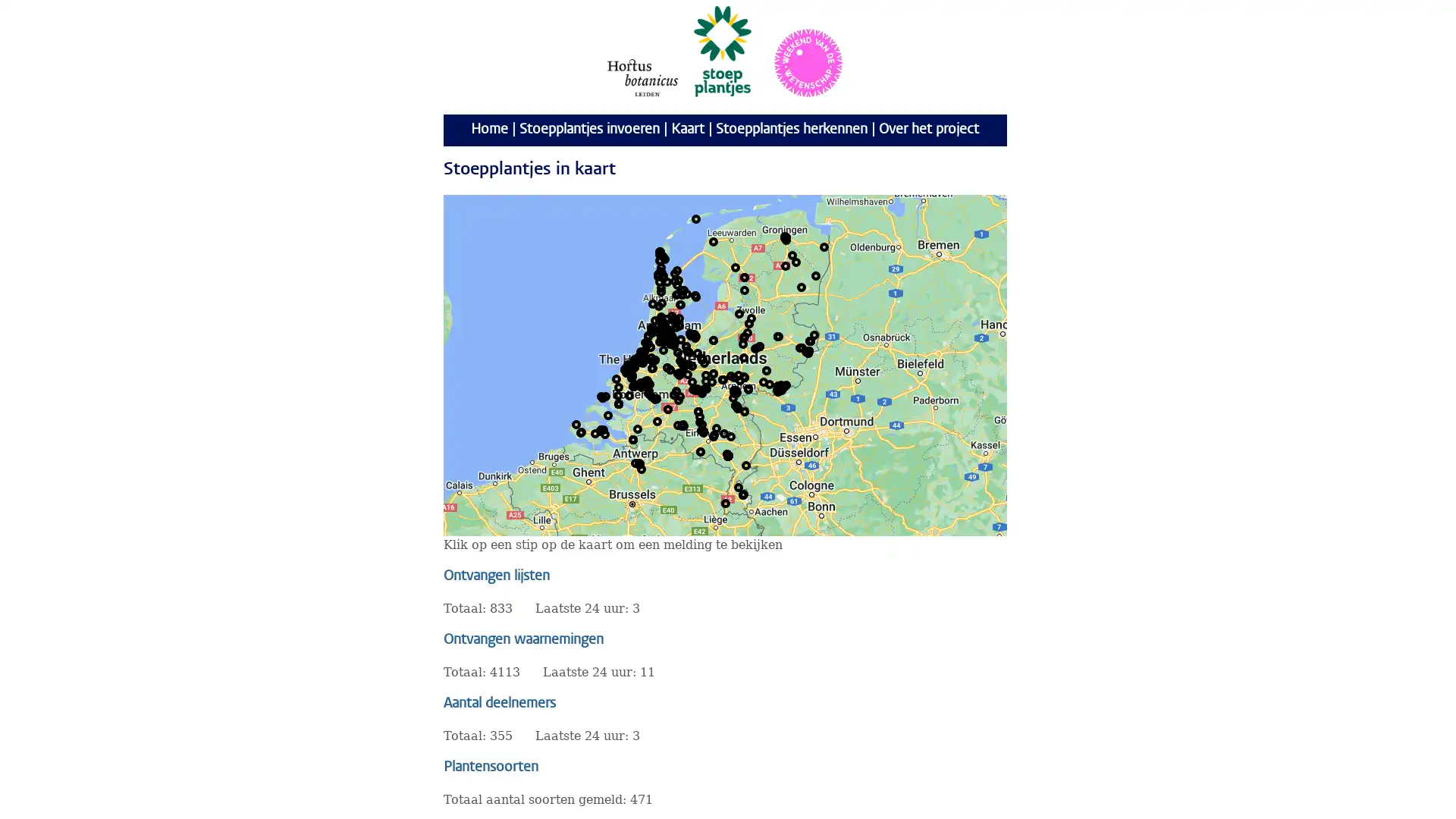 This screenshot has width=1456, height=819. I want to click on Telling van Thalents Leiden op 14 april 2022, so click(642, 359).